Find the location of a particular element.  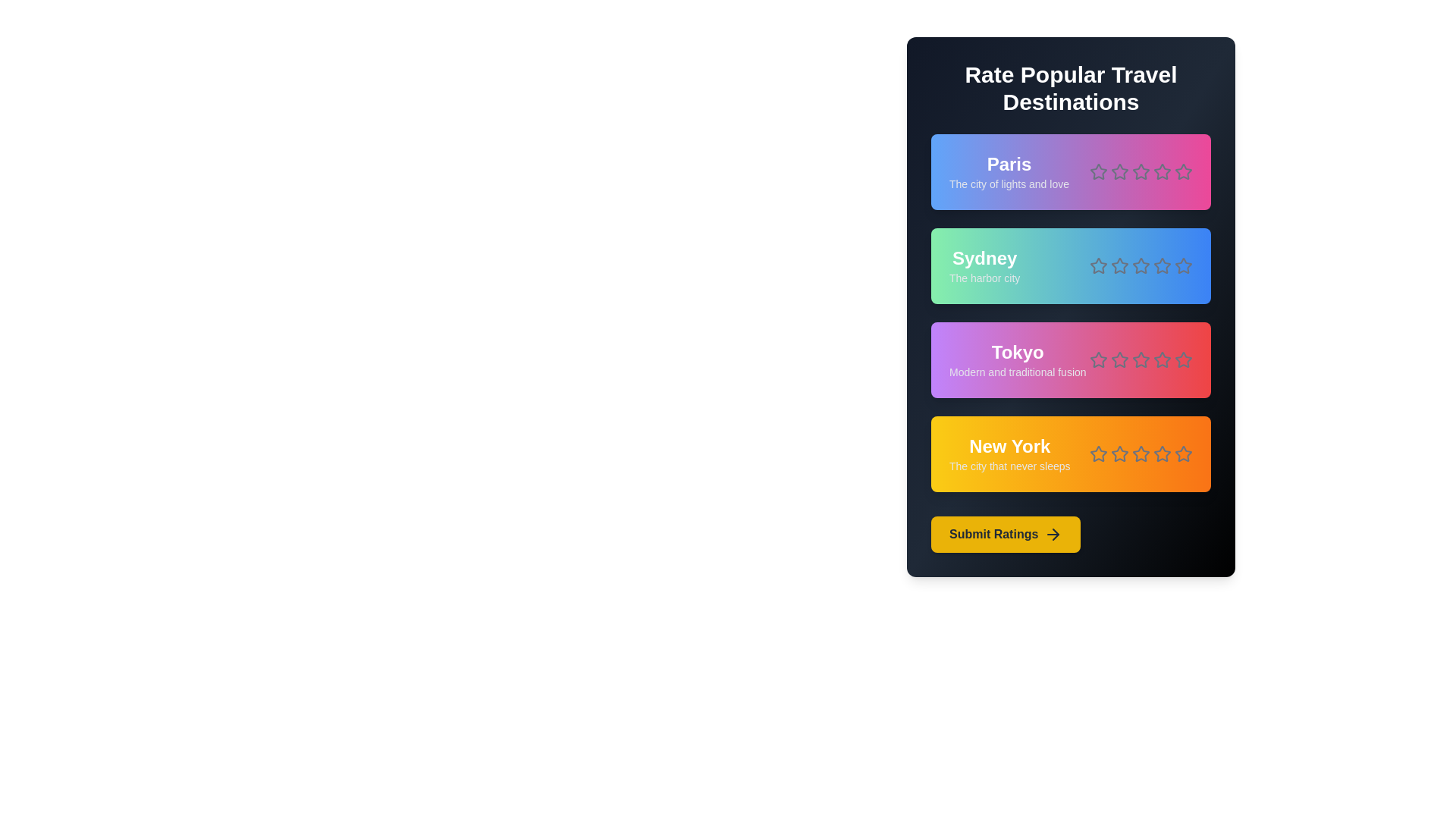

the rating for a destination to 2 stars is located at coordinates (1120, 171).